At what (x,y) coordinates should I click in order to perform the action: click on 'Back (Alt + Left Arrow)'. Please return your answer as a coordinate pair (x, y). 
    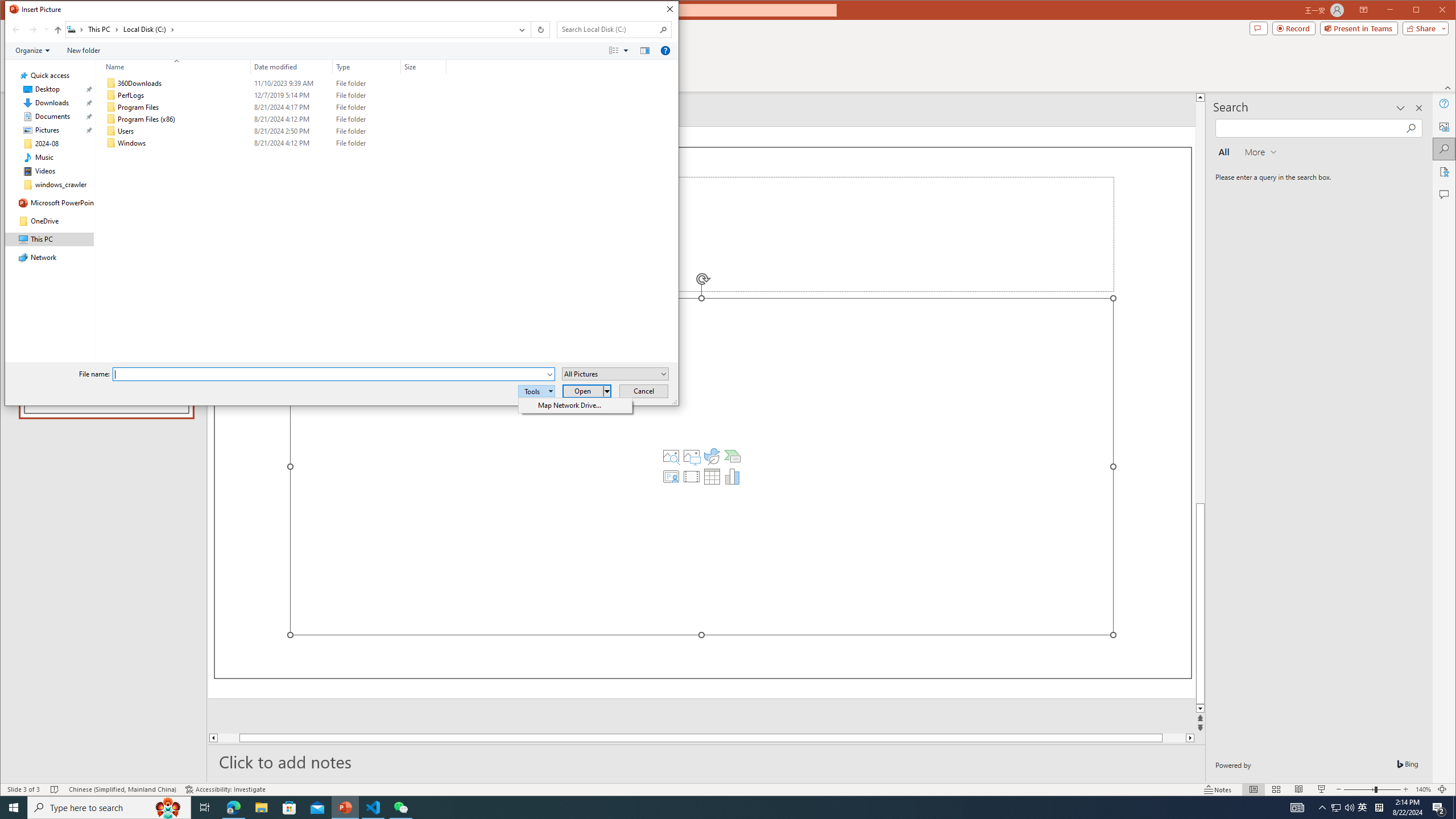
    Looking at the image, I should click on (16, 29).